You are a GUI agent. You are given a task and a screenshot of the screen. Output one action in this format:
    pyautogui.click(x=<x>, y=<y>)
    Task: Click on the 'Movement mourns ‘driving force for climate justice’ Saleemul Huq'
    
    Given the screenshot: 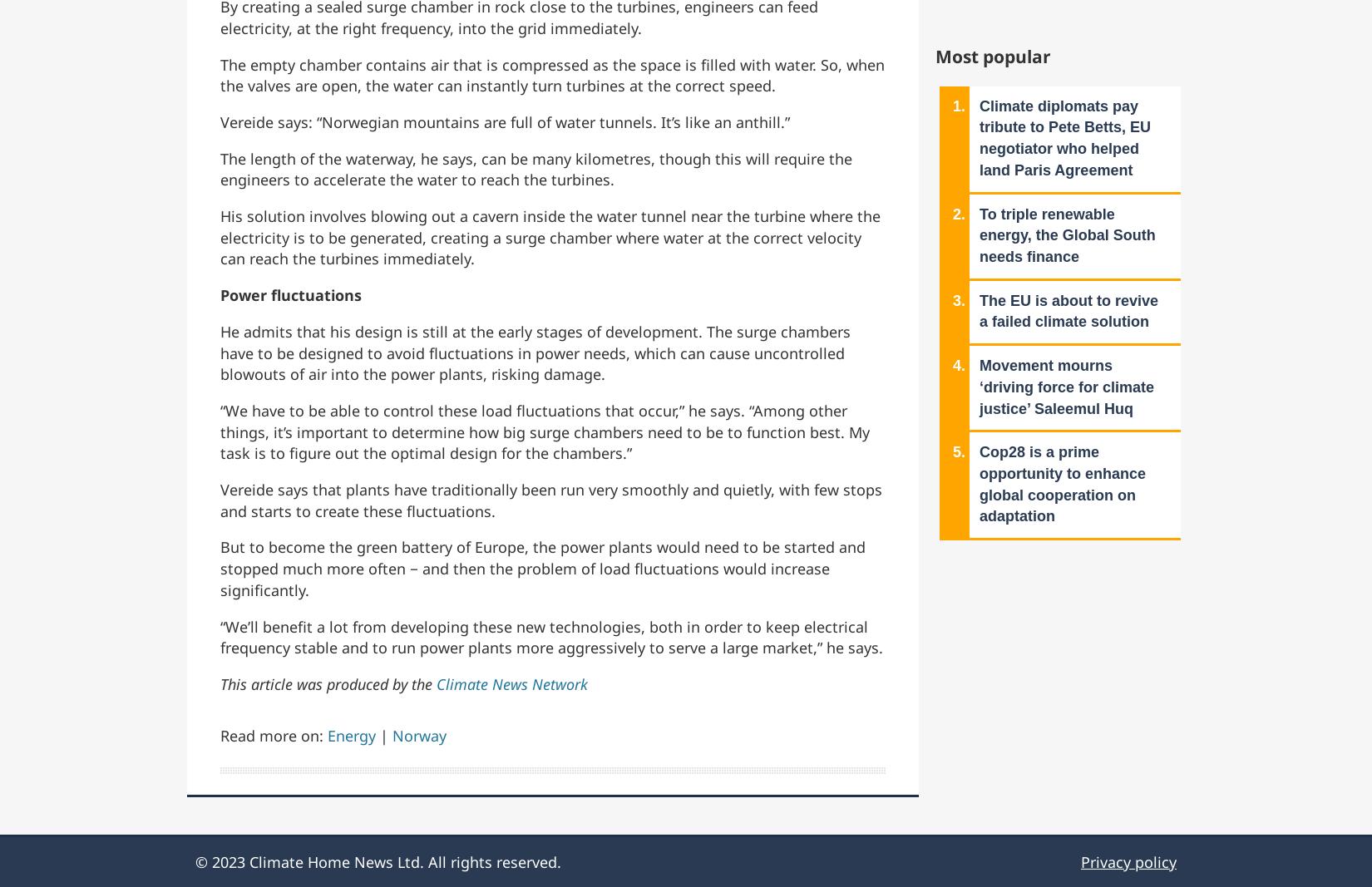 What is the action you would take?
    pyautogui.click(x=1066, y=386)
    